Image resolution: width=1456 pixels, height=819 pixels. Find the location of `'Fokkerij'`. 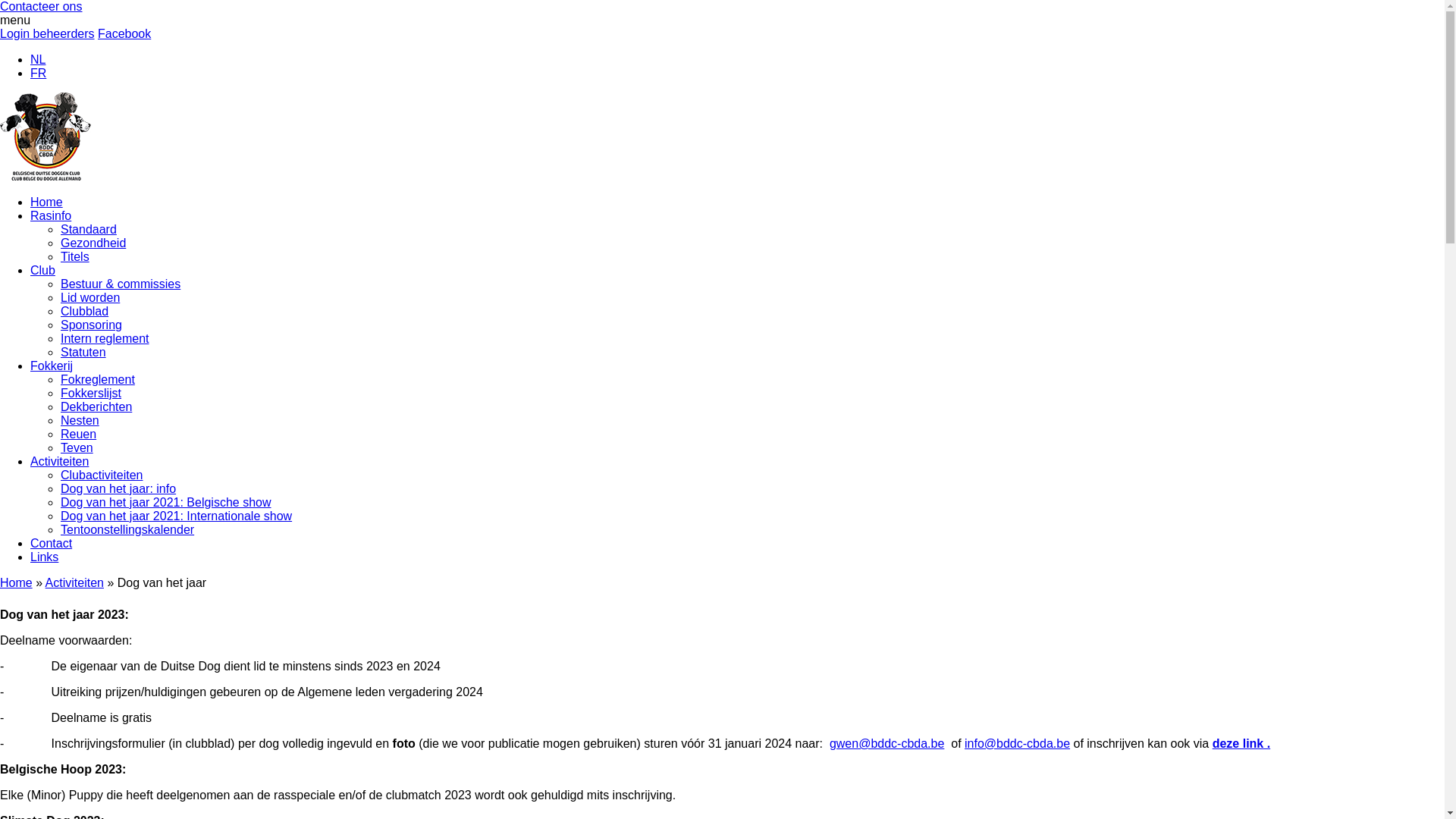

'Fokkerij' is located at coordinates (30, 366).